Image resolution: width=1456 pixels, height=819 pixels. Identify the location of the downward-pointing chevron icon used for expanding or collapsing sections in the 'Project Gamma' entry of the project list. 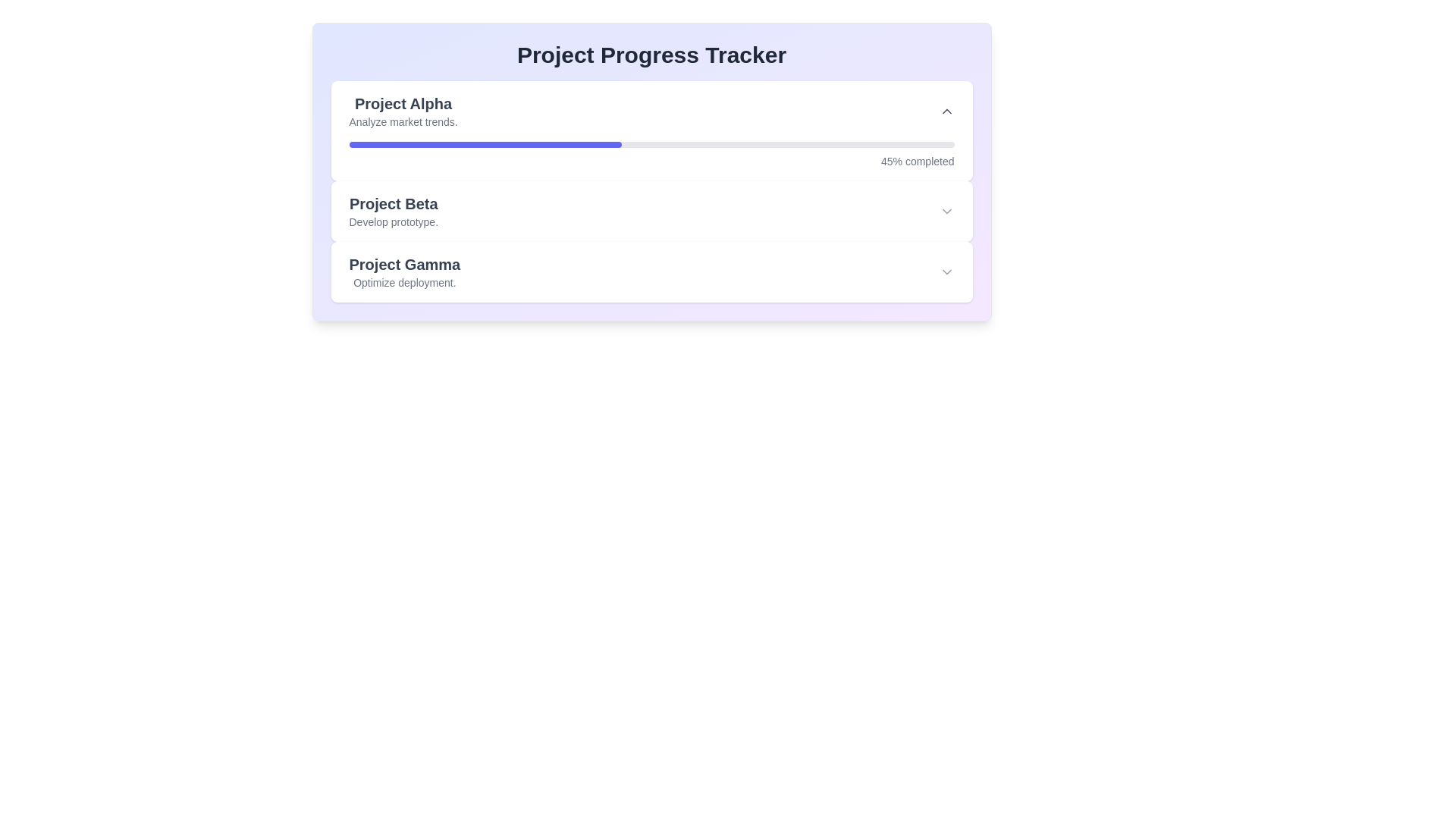
(946, 271).